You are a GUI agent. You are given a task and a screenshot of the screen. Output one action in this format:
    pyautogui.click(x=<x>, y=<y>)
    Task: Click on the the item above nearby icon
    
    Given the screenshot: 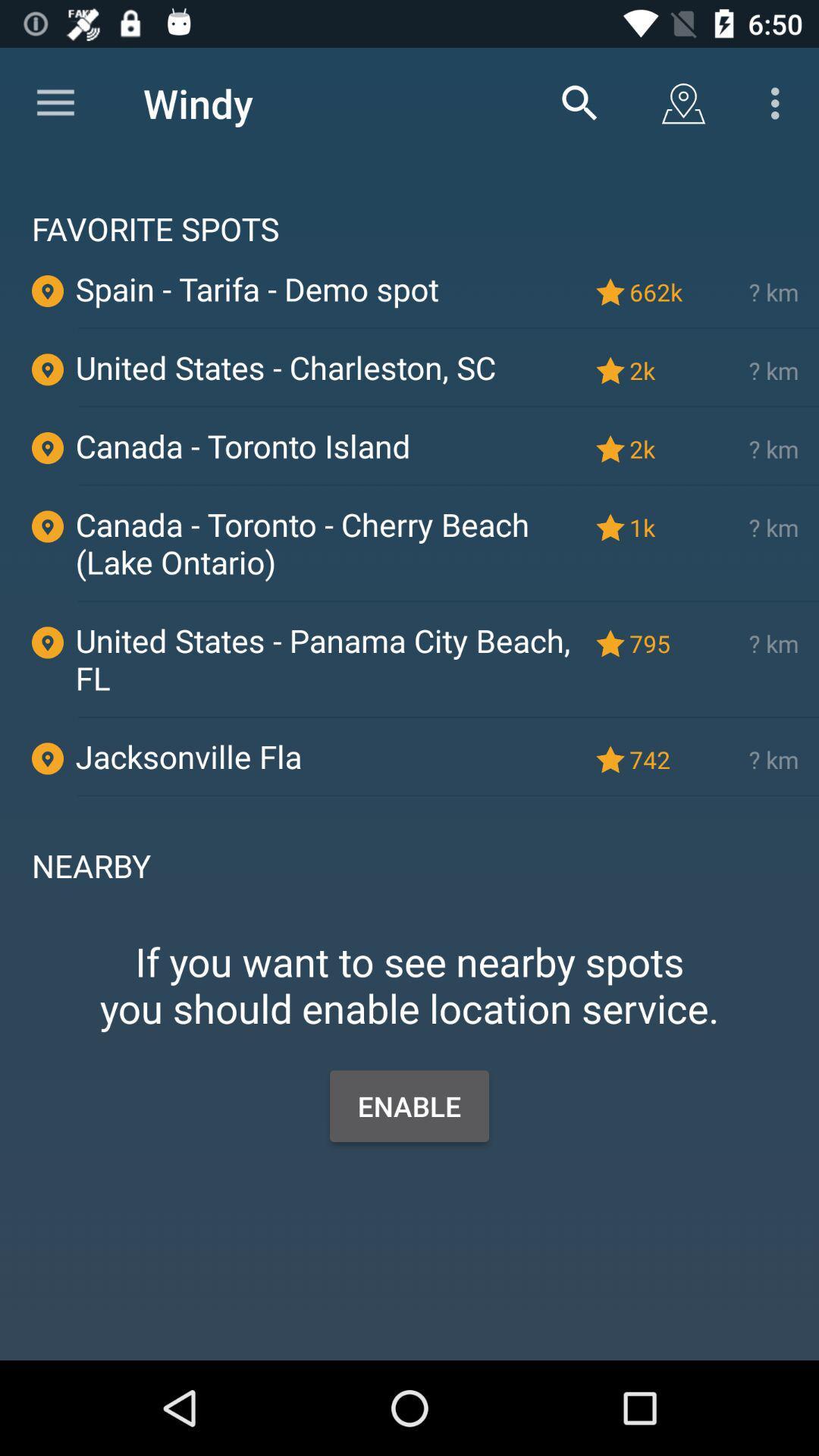 What is the action you would take?
    pyautogui.click(x=447, y=795)
    